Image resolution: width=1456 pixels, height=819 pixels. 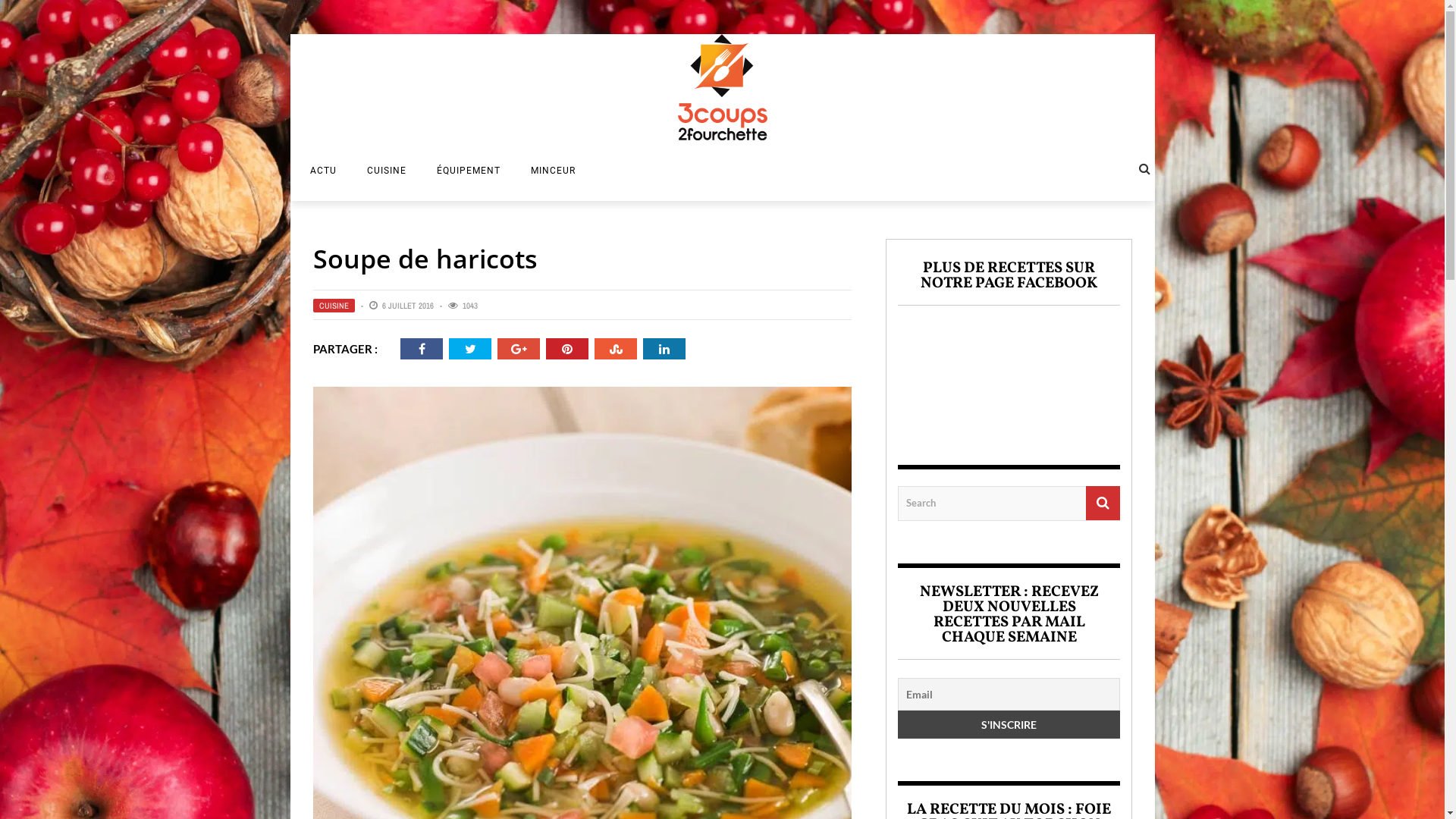 What do you see at coordinates (566, 348) in the screenshot?
I see `'Pinterest'` at bounding box center [566, 348].